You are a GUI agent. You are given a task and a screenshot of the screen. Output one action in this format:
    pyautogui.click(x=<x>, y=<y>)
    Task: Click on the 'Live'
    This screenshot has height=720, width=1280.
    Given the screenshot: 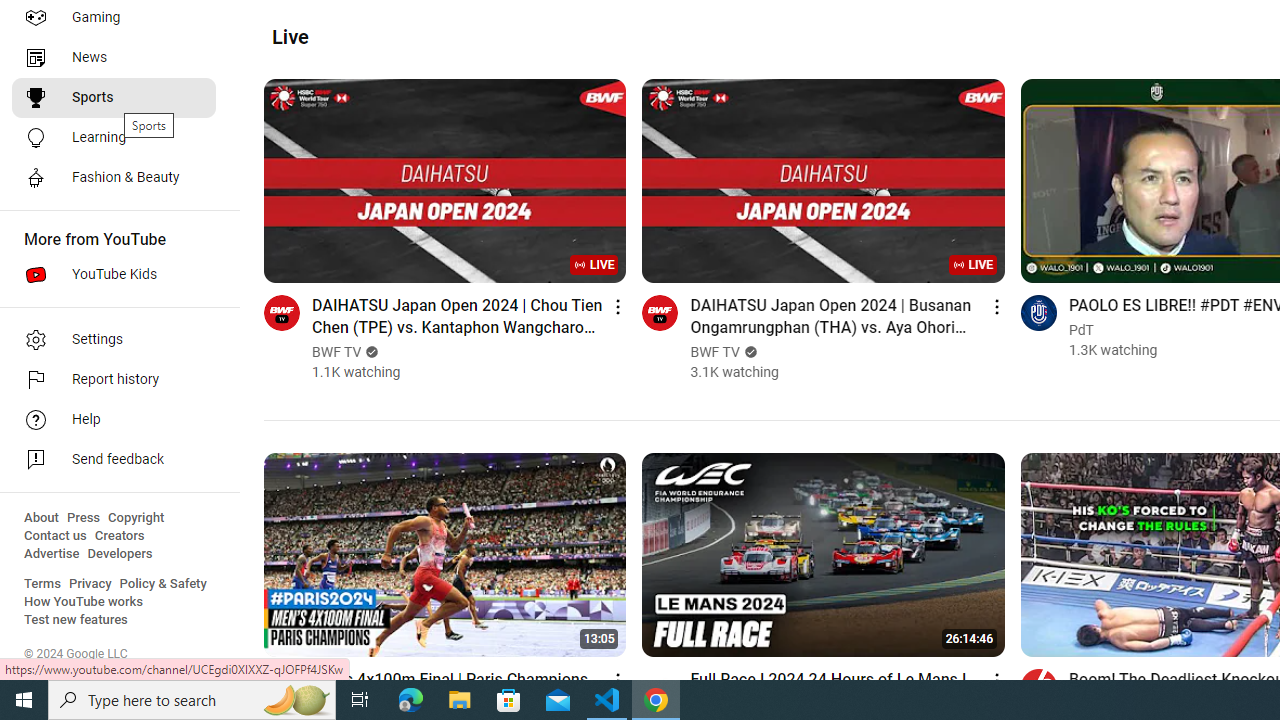 What is the action you would take?
    pyautogui.click(x=288, y=37)
    